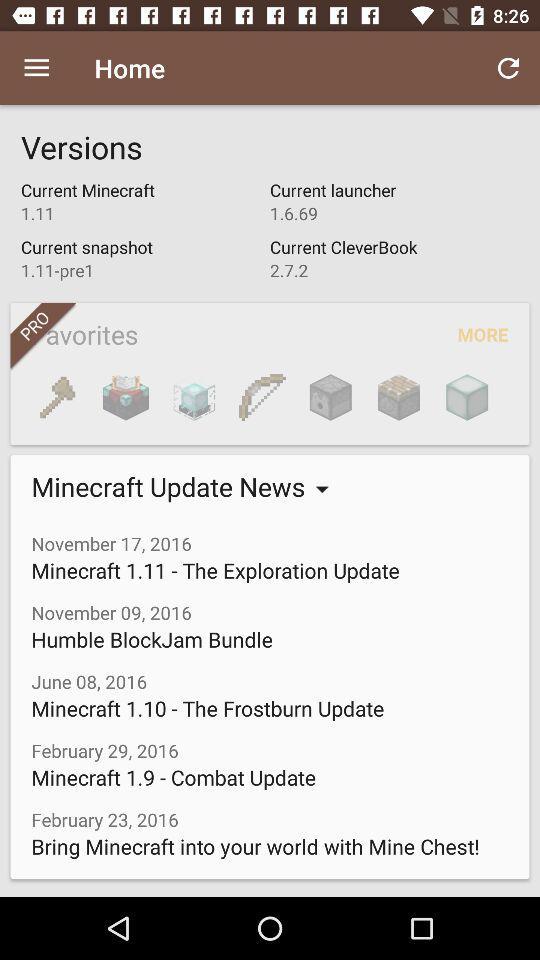  What do you see at coordinates (508, 68) in the screenshot?
I see `the icon at the top right of the page` at bounding box center [508, 68].